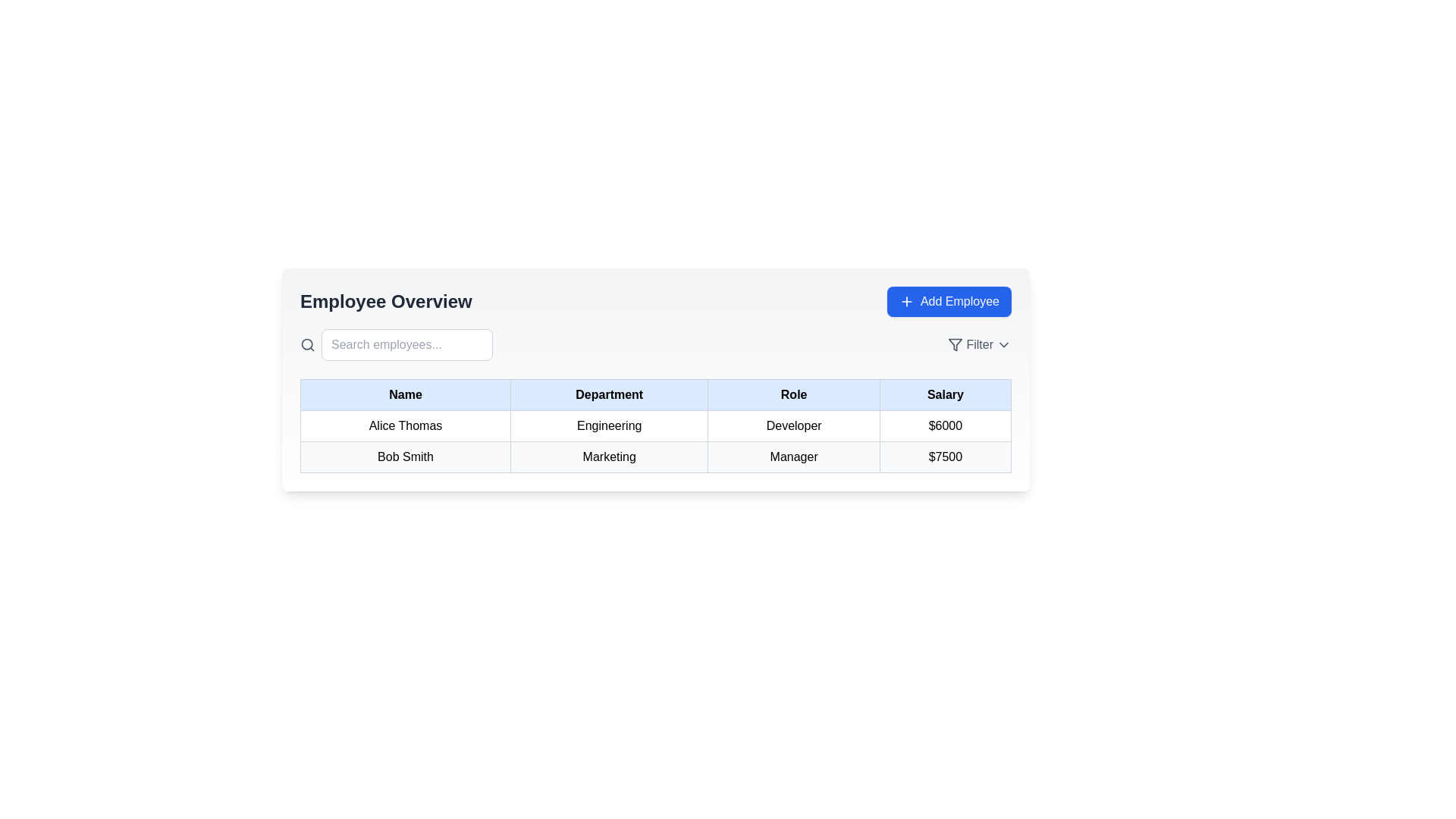 Image resolution: width=1456 pixels, height=819 pixels. What do you see at coordinates (609, 456) in the screenshot?
I see `the table cell displaying the department name 'Marketing' for the individual 'Bob Smith', which is the second cell in the second row of the table under the header 'Department'` at bounding box center [609, 456].